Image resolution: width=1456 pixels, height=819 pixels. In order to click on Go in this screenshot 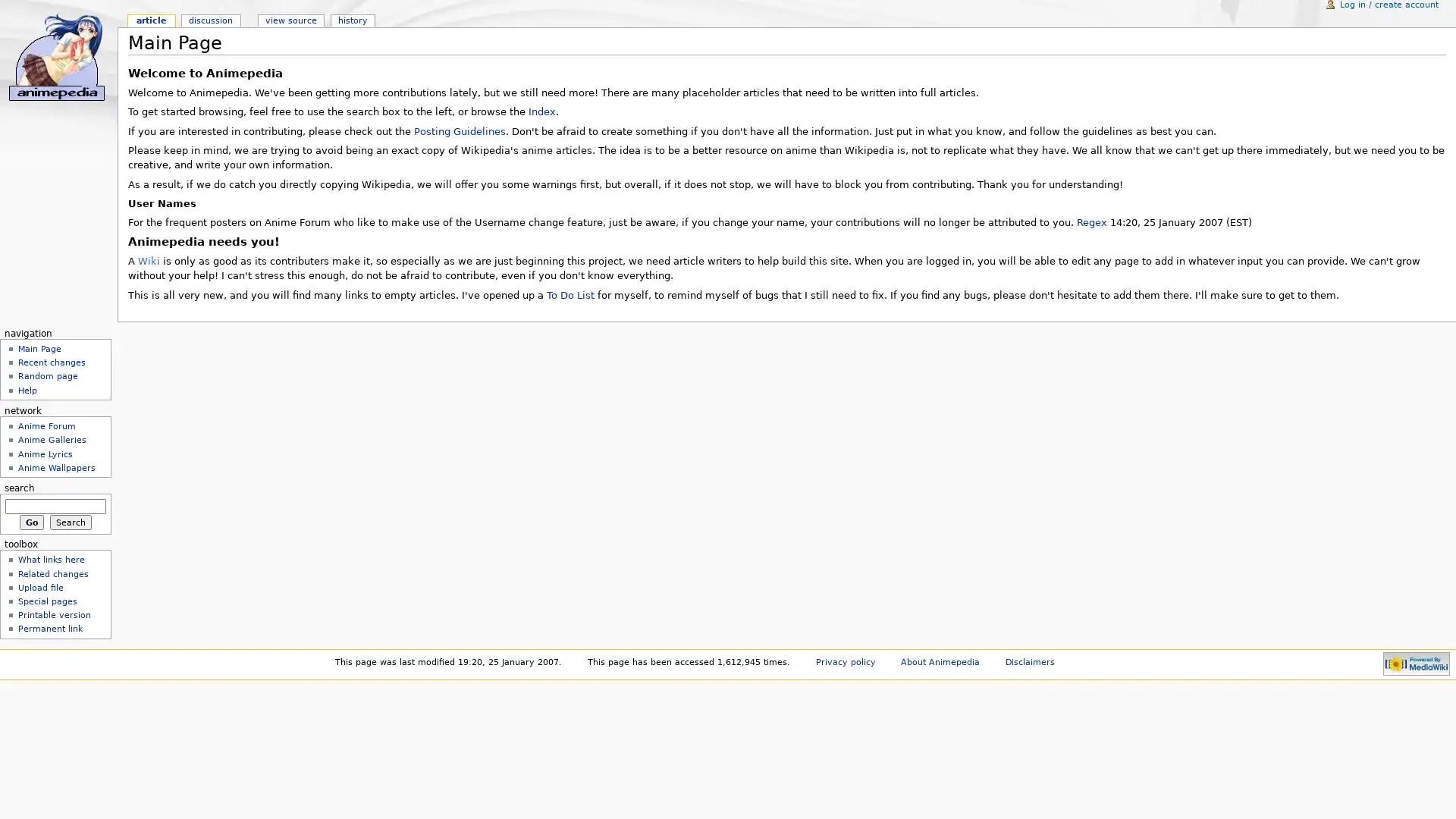, I will do `click(31, 520)`.